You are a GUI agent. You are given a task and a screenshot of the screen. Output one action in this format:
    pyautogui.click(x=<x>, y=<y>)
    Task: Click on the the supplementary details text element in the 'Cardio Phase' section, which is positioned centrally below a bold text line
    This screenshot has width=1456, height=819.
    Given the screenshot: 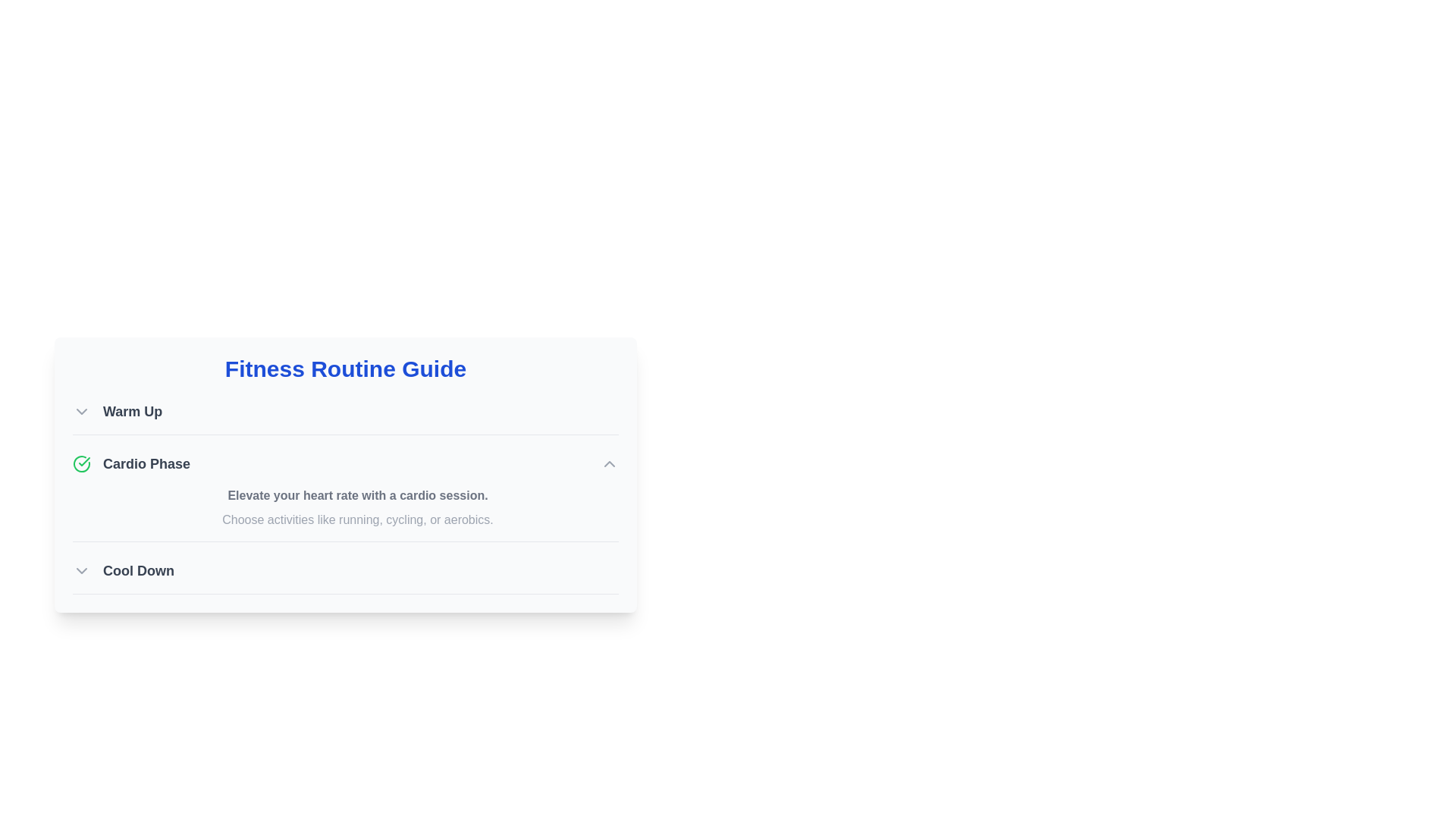 What is the action you would take?
    pyautogui.click(x=356, y=519)
    